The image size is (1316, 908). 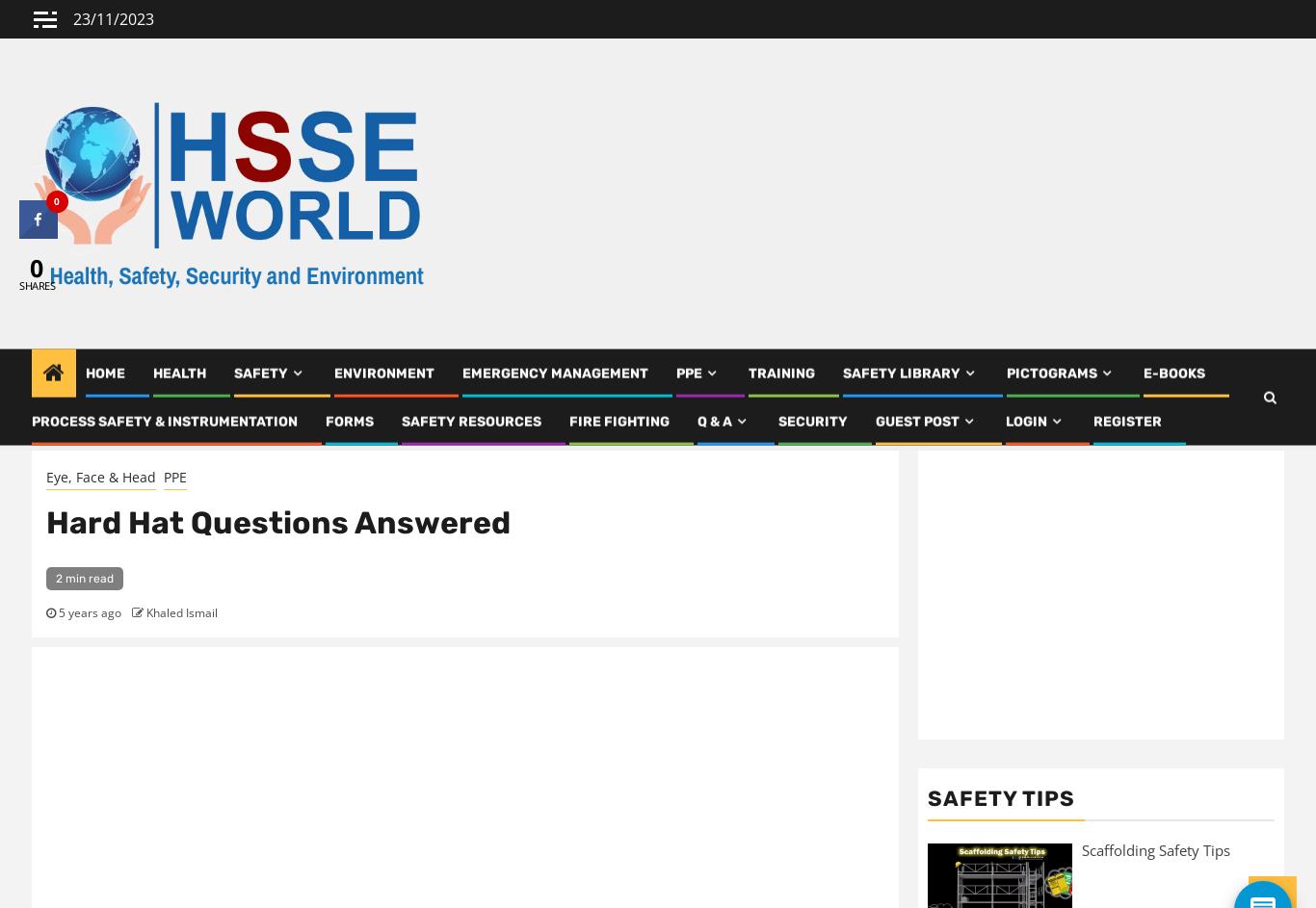 I want to click on 'Training', so click(x=748, y=379).